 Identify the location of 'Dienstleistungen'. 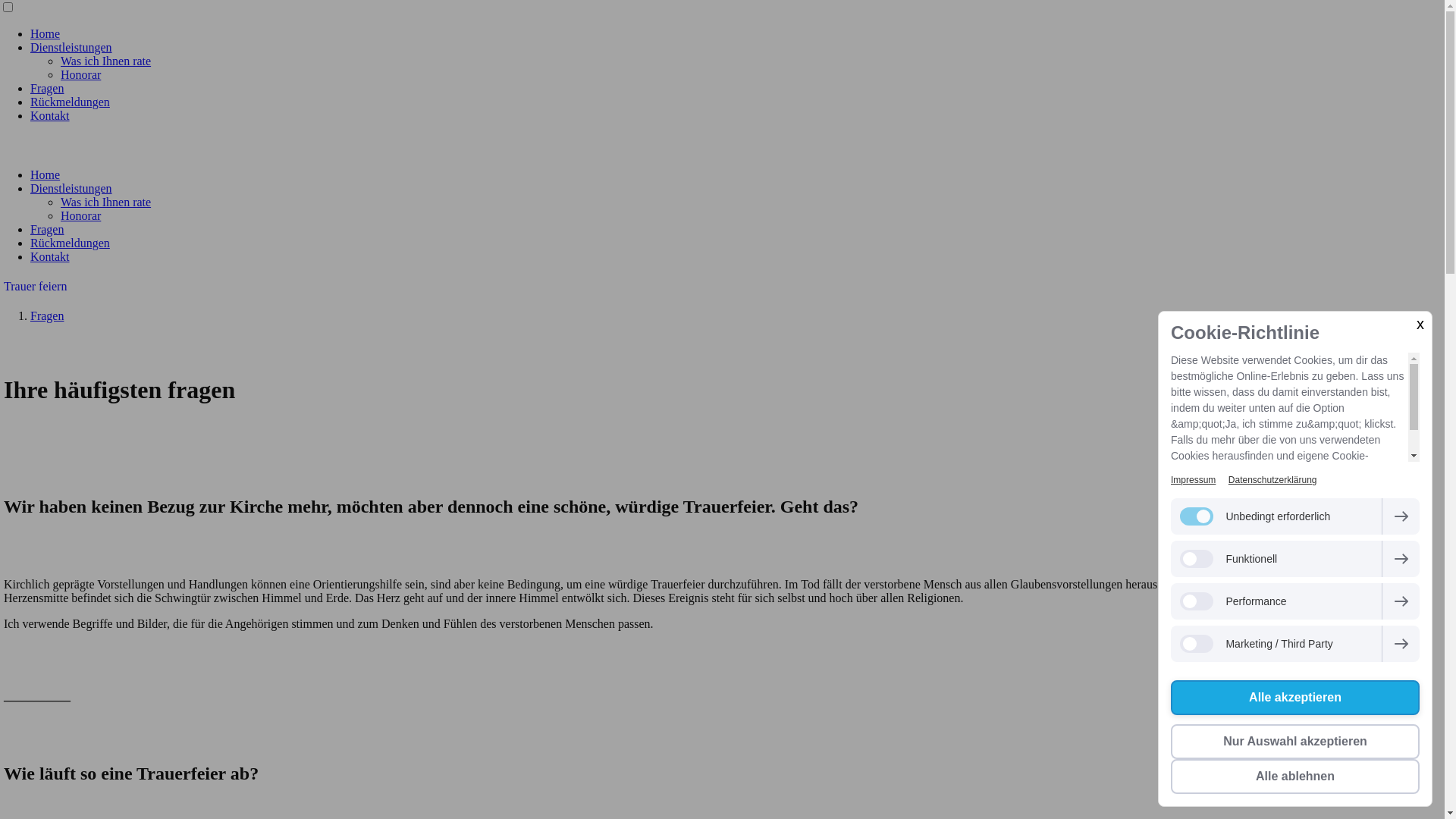
(71, 46).